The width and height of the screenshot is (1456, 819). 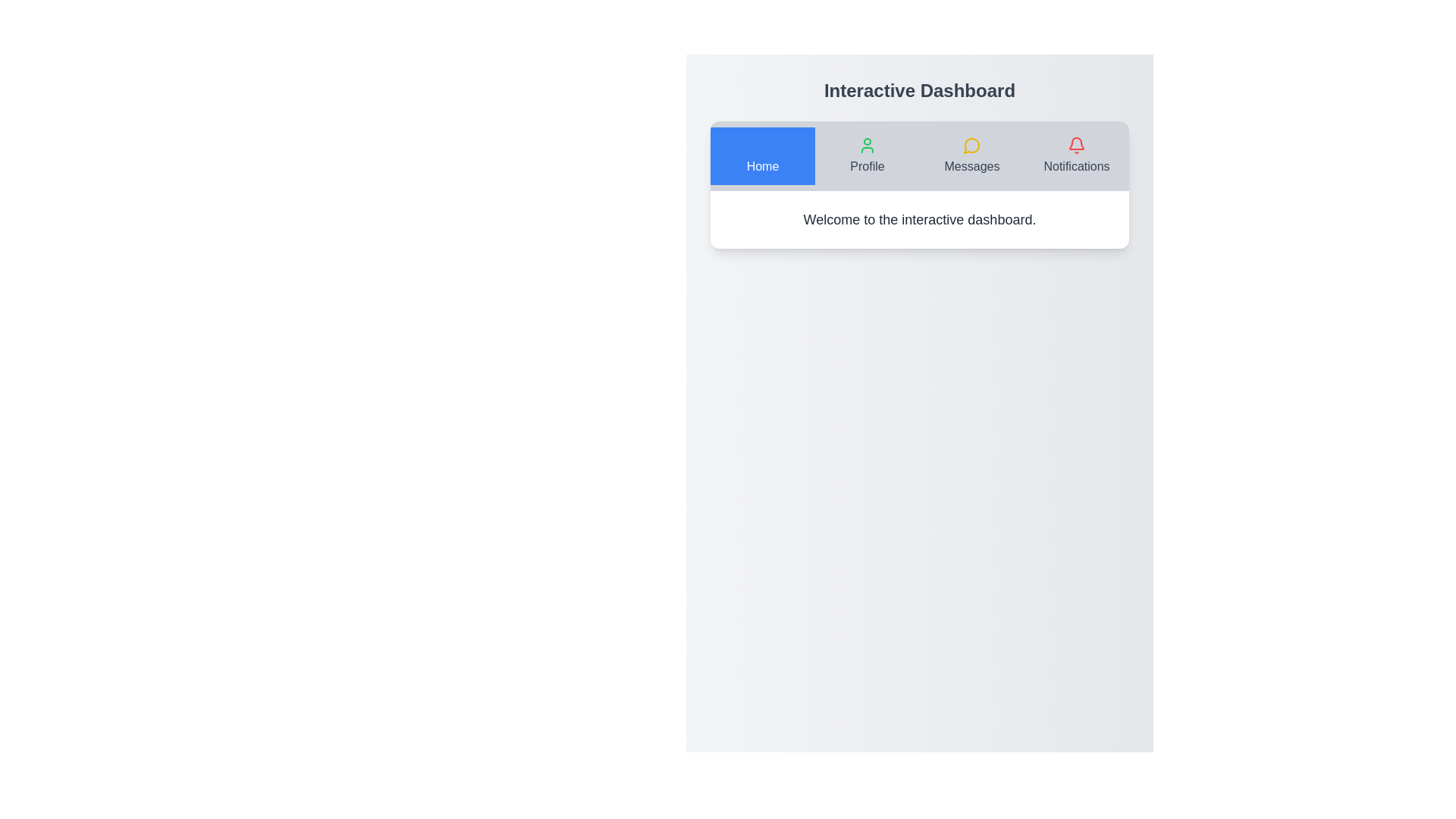 What do you see at coordinates (971, 146) in the screenshot?
I see `the messaging icon in the navigation bar` at bounding box center [971, 146].